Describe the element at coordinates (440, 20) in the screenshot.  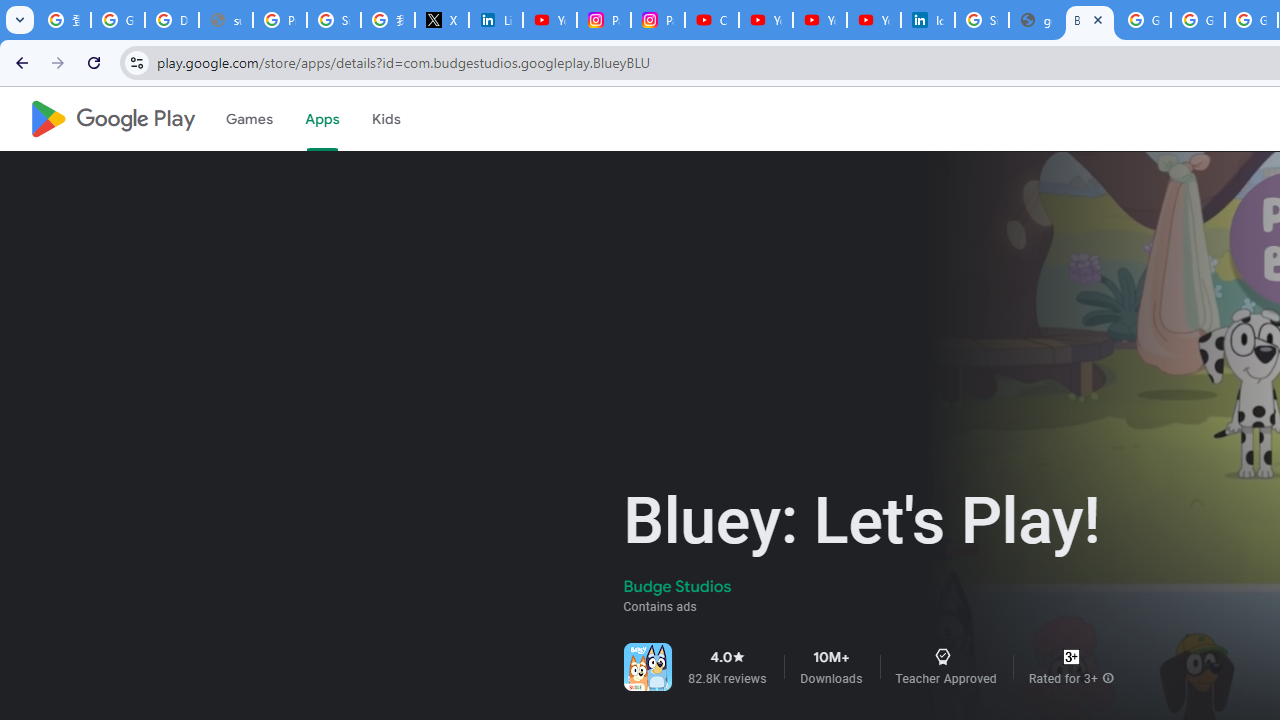
I see `'X'` at that location.